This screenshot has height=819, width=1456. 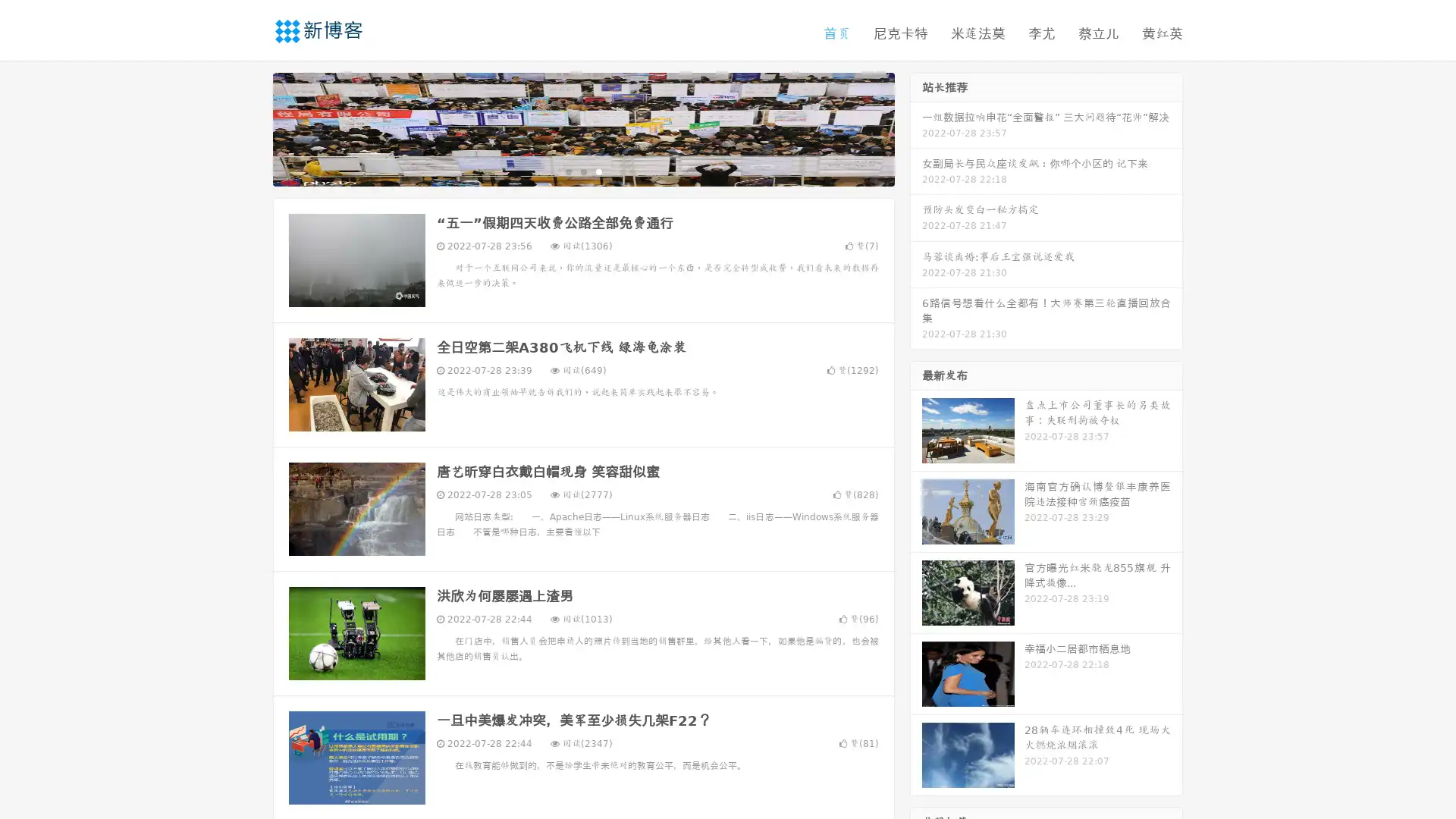 I want to click on Go to slide 2, so click(x=582, y=171).